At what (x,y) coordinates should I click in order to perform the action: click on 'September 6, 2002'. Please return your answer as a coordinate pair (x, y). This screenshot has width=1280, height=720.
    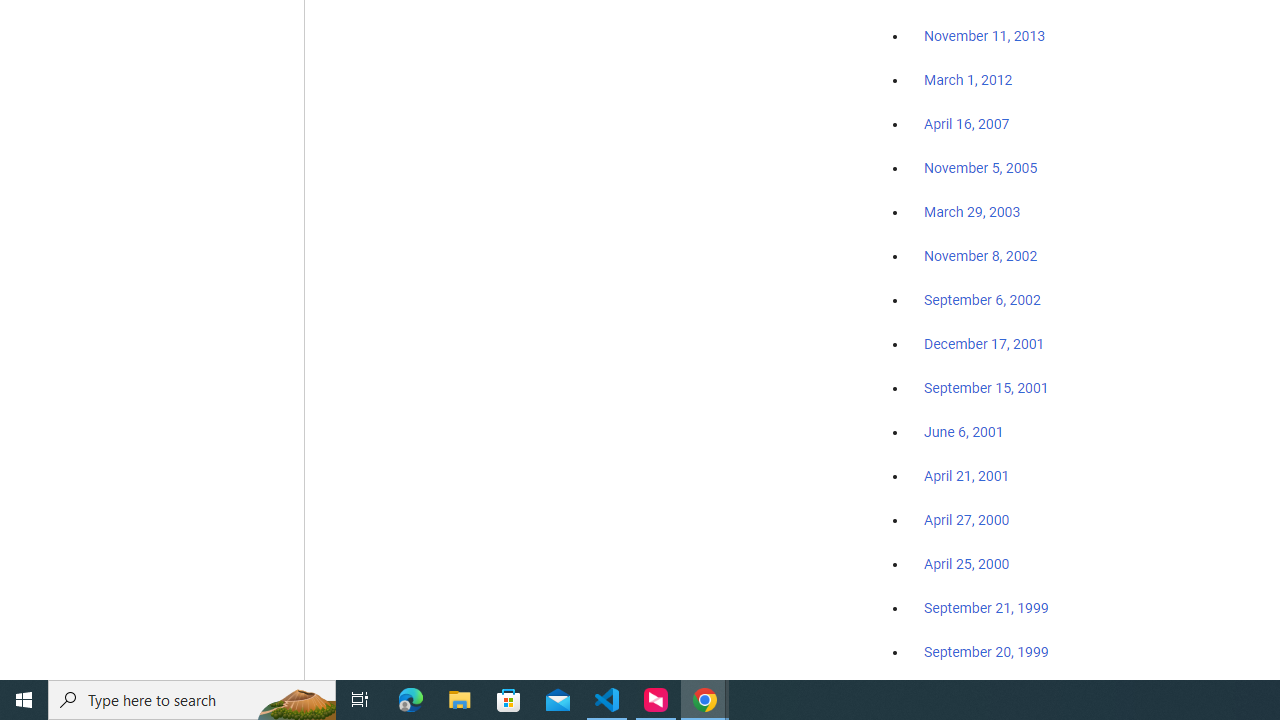
    Looking at the image, I should click on (982, 299).